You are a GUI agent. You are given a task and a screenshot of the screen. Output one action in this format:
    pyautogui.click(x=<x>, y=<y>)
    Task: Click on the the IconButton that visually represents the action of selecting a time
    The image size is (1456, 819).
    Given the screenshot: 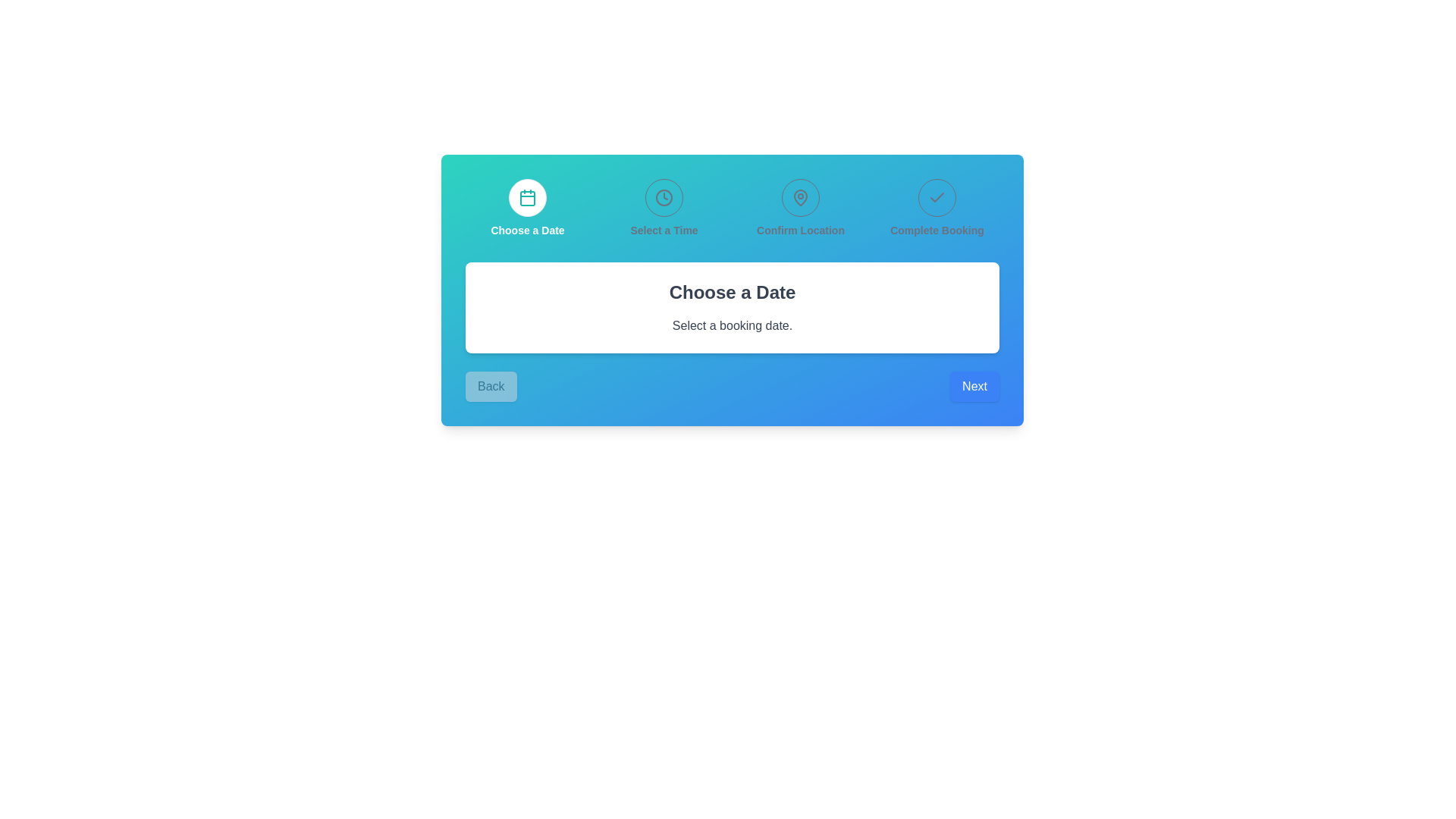 What is the action you would take?
    pyautogui.click(x=664, y=197)
    